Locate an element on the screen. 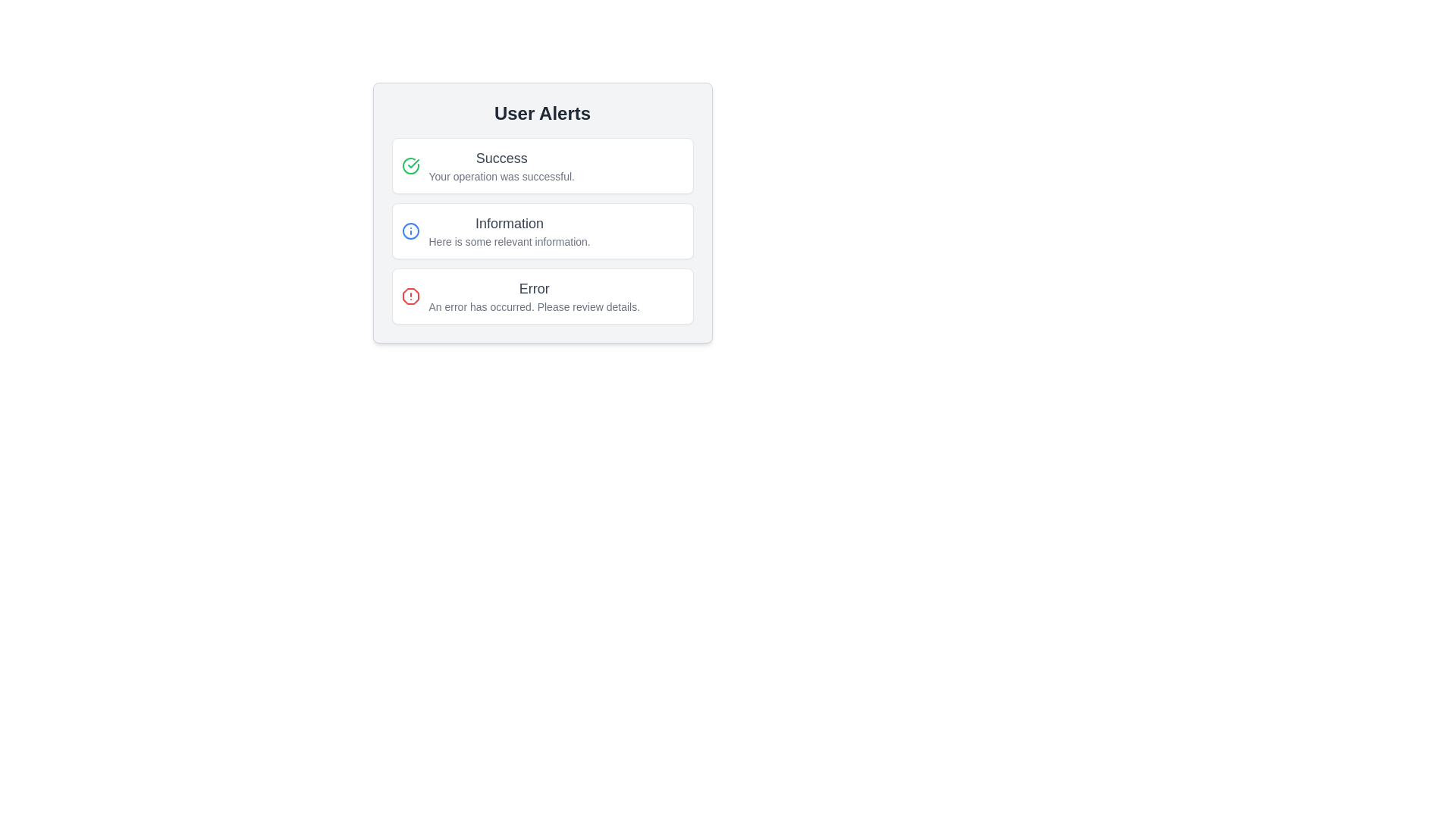 The width and height of the screenshot is (1456, 819). the circular SVG graphical element that represents the 'Information' icon, located in the second alert item of the 'User Alerts' interface is located at coordinates (410, 231).